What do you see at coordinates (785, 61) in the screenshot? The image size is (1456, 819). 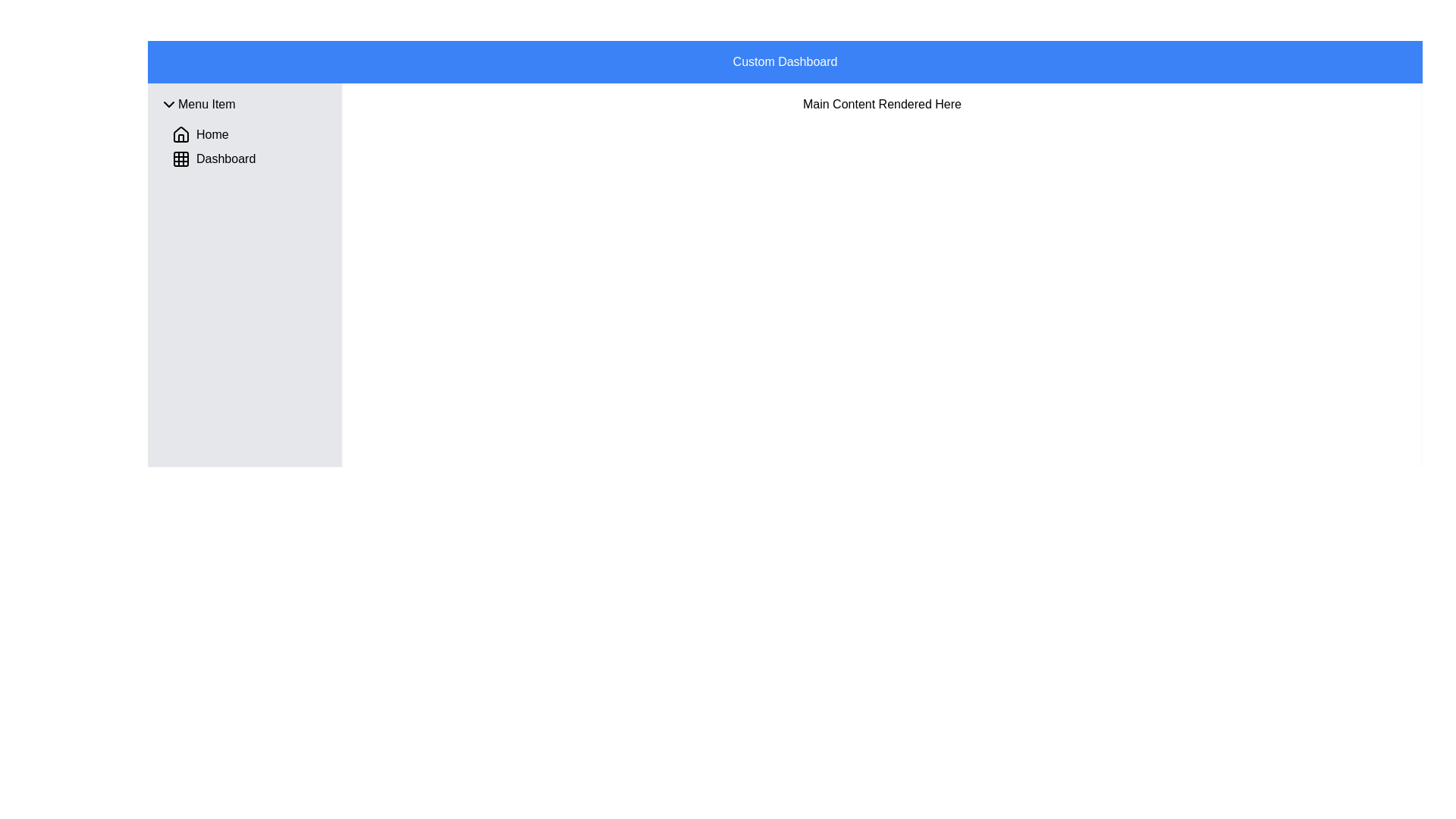 I see `the static text element with a blue background and white text reading 'Custom Dashboard' located at the top of the interface` at bounding box center [785, 61].